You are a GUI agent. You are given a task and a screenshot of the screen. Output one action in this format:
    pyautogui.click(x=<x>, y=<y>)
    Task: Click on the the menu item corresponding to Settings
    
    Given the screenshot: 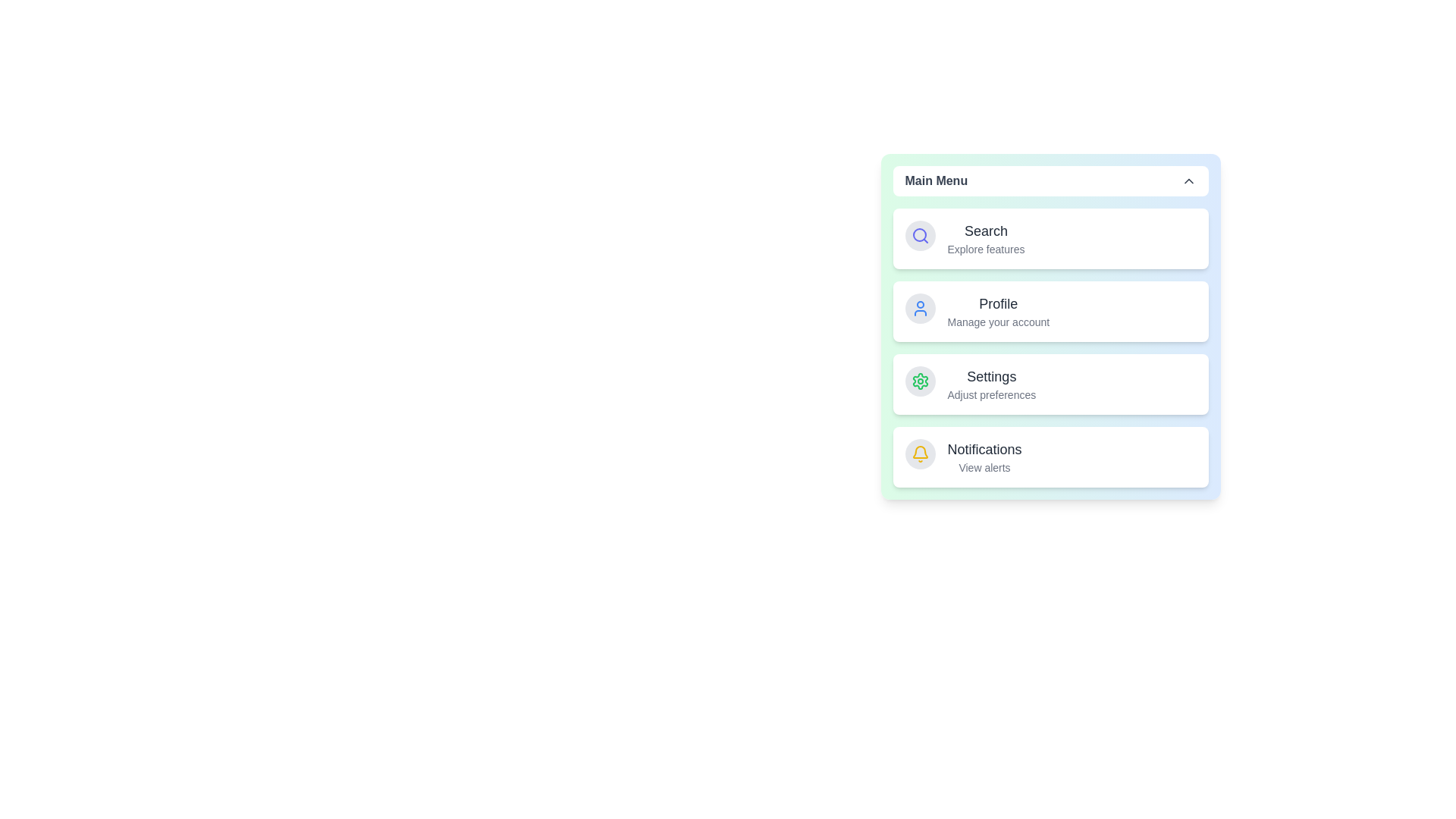 What is the action you would take?
    pyautogui.click(x=1050, y=383)
    